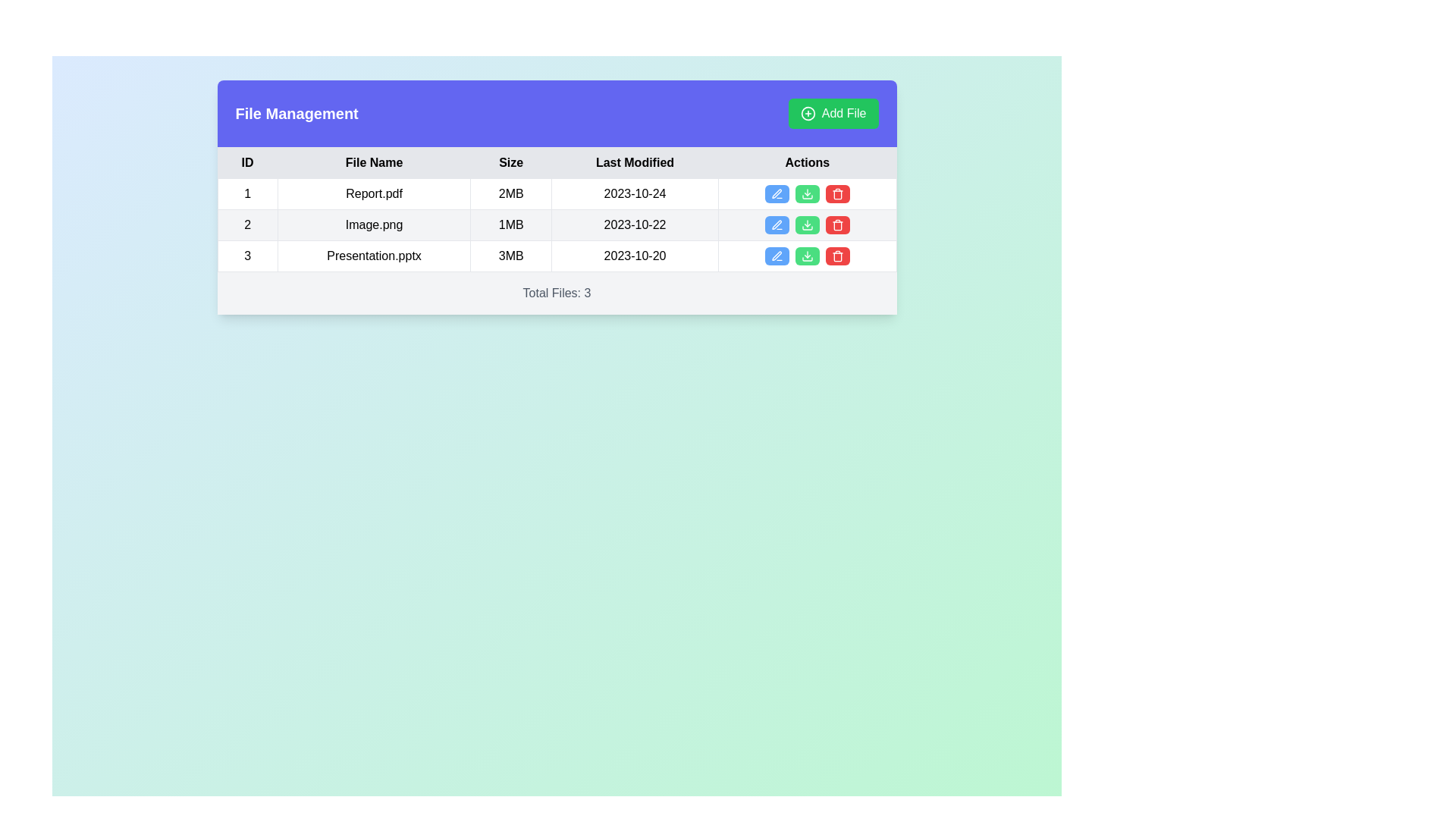 The image size is (1456, 819). I want to click on the text label displaying 'Size' in the table header row, positioned between 'File Name' and 'Last Modified', so click(511, 163).